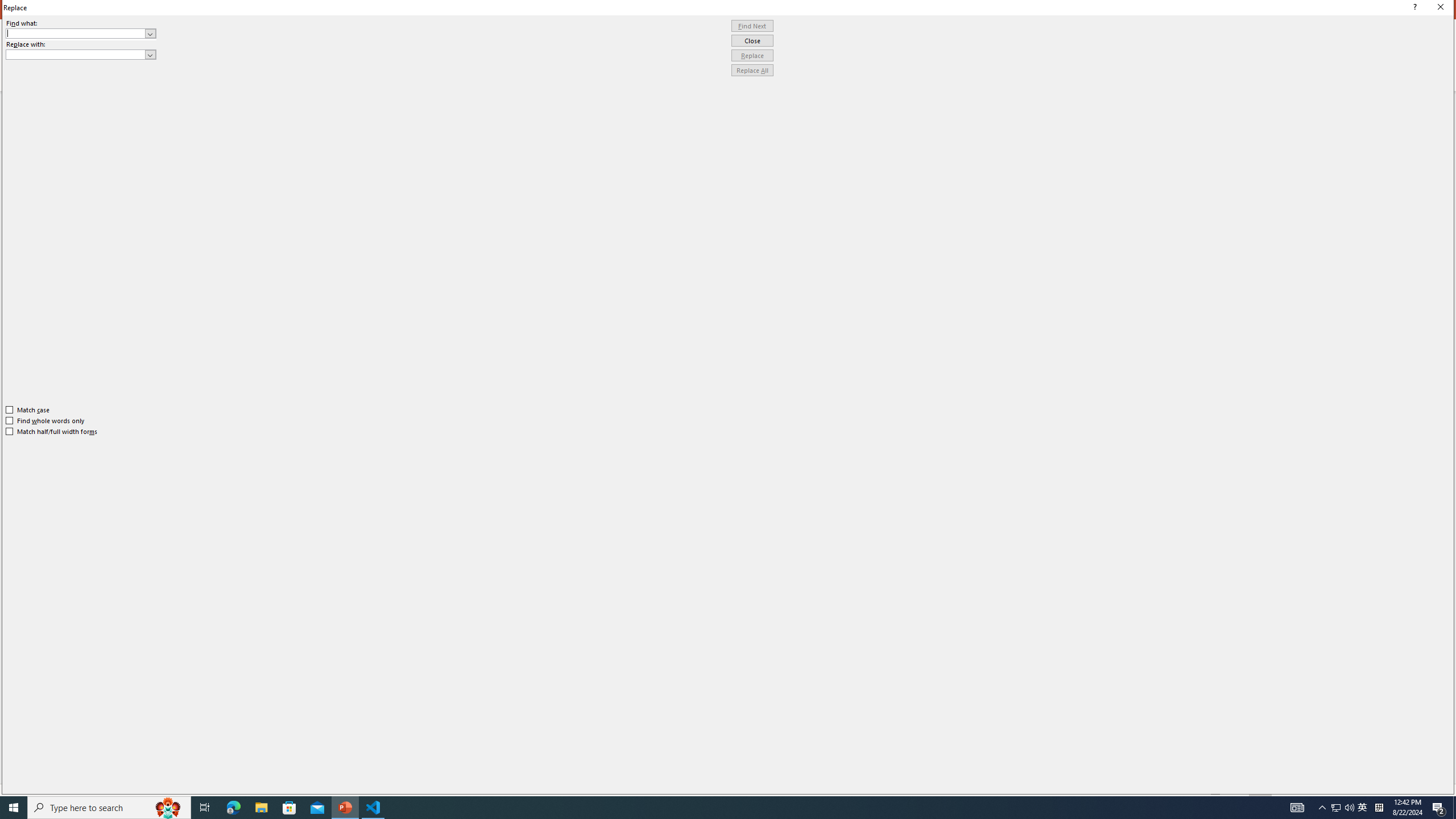  Describe the element at coordinates (45, 420) in the screenshot. I see `'Find whole words only'` at that location.